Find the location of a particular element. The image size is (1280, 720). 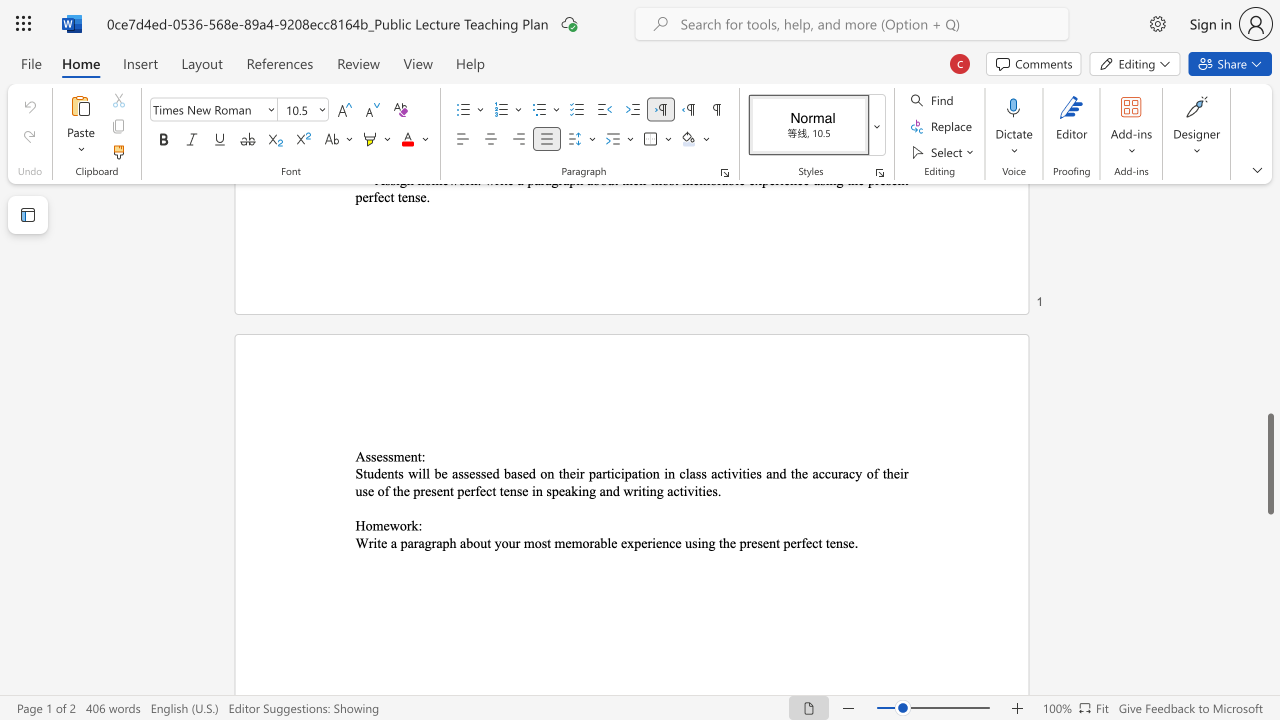

the 1th character "s" in the text is located at coordinates (368, 456).